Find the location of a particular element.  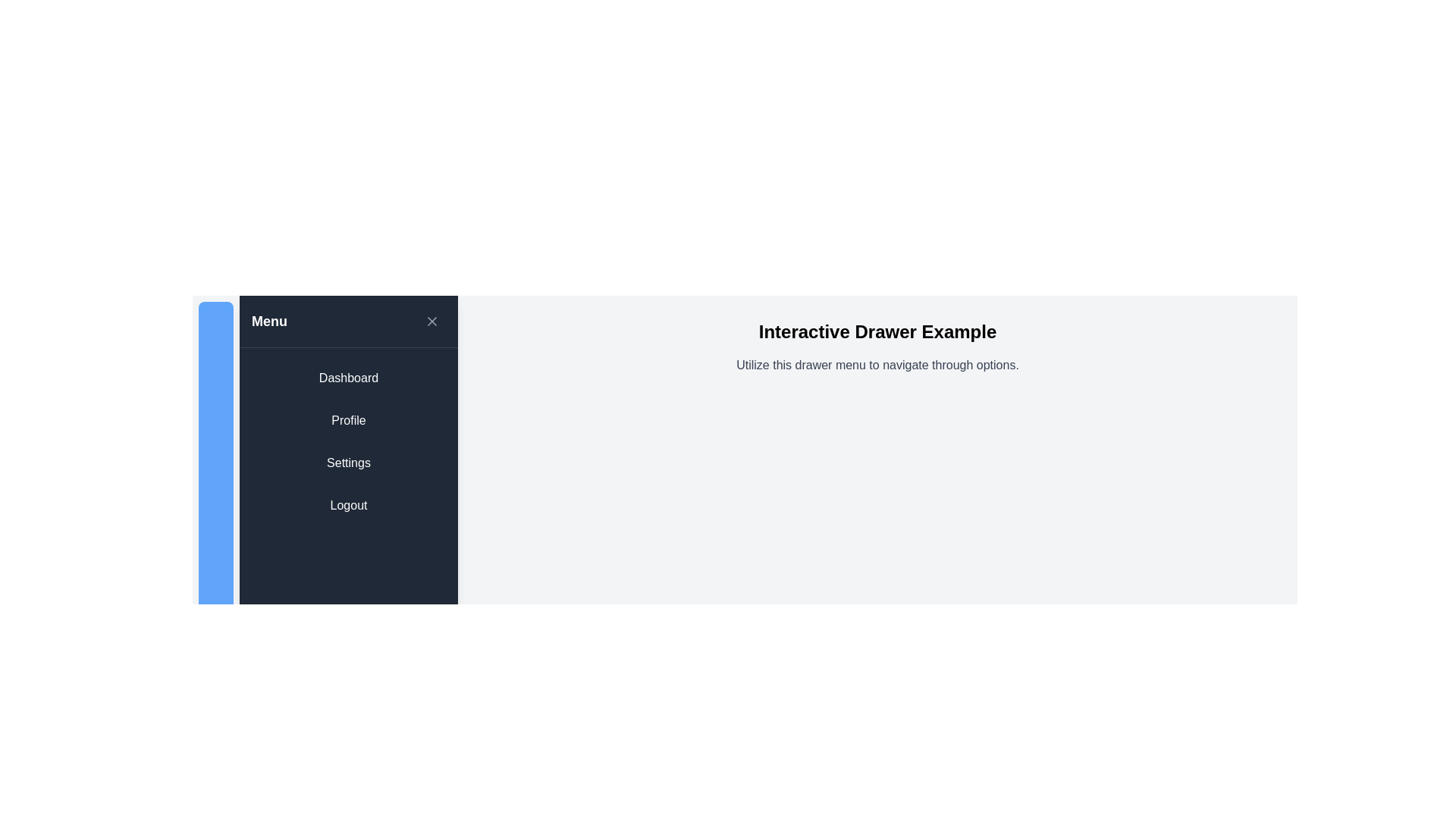

the close button icon resembling an 'X' located in the top-right corner of the header section, next to the 'Menu' text is located at coordinates (431, 321).